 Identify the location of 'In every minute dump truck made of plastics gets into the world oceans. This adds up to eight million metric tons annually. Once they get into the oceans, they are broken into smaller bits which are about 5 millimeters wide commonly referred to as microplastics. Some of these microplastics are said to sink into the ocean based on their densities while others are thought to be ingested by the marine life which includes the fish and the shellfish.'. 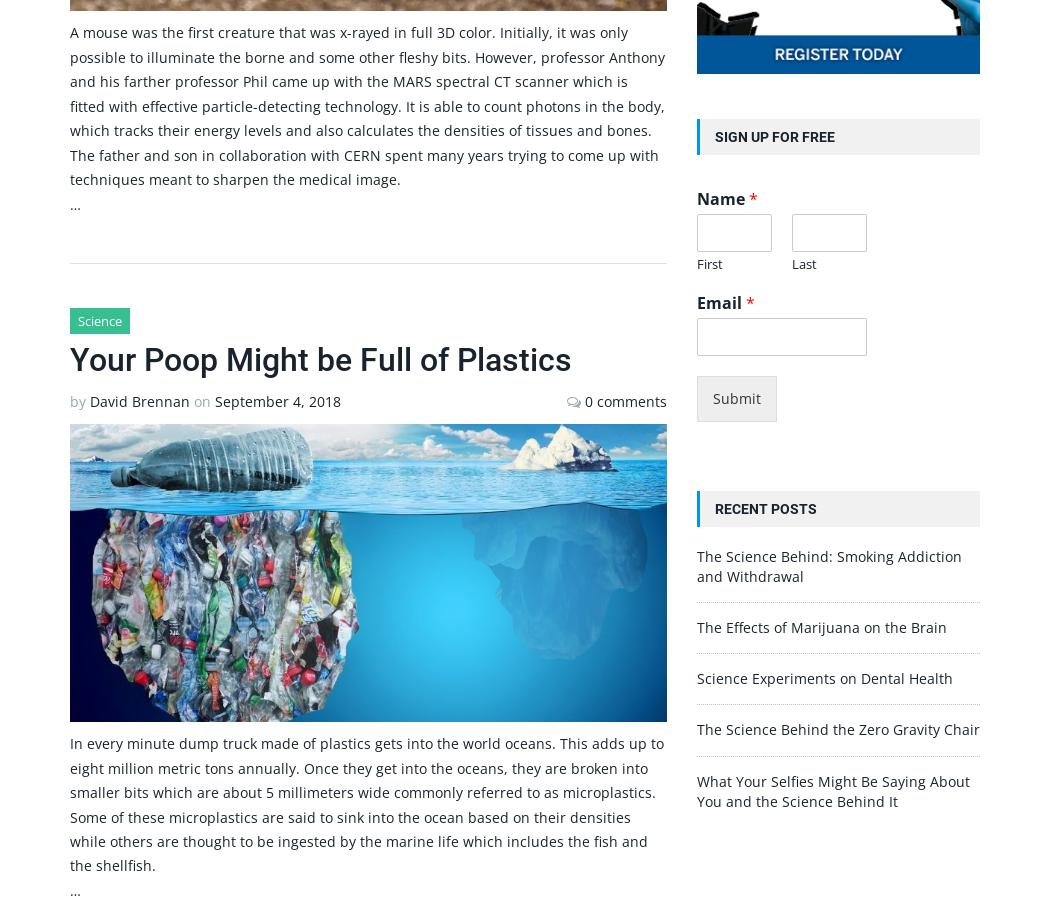
(69, 804).